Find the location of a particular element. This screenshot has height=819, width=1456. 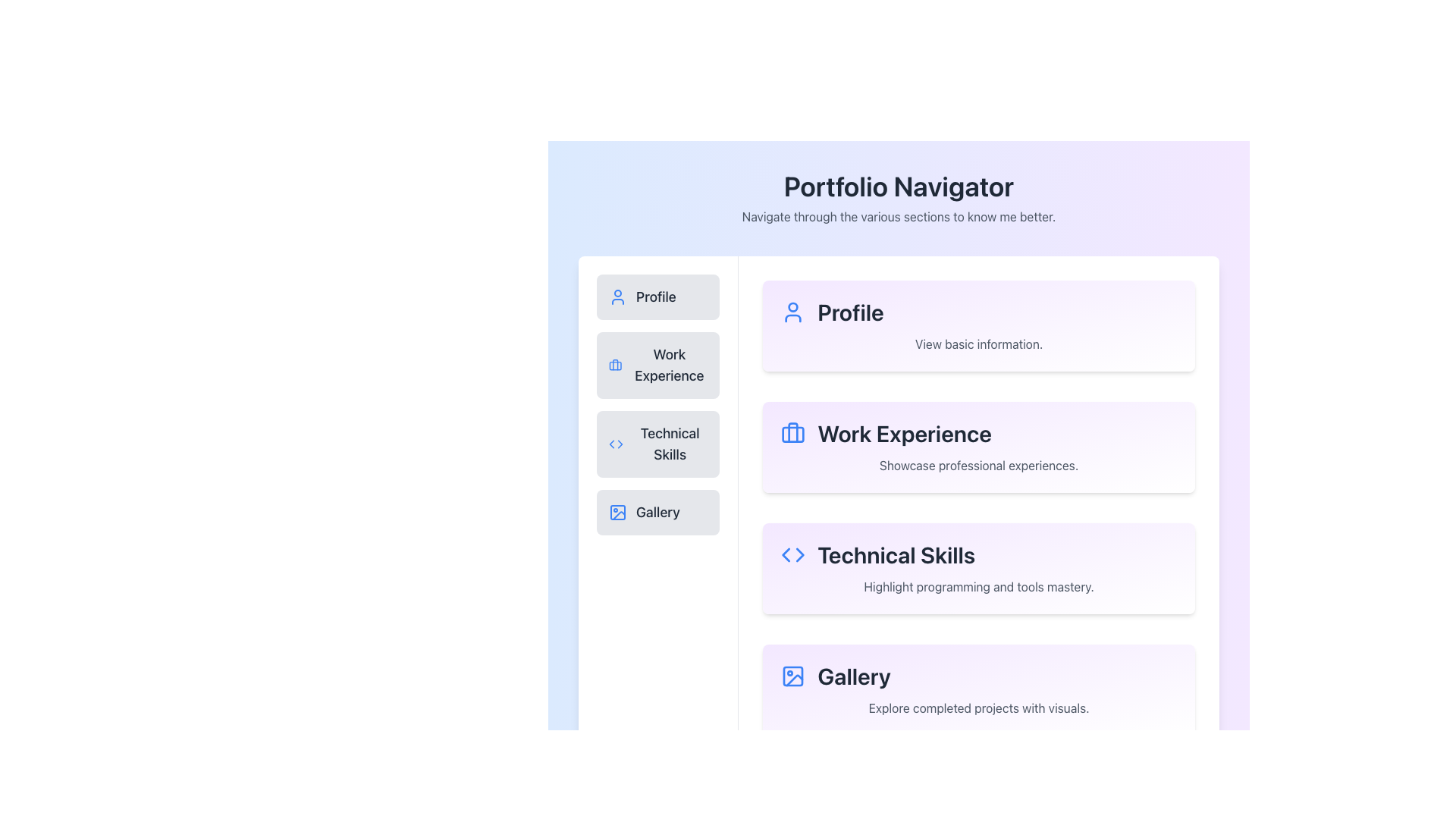

the small blue icon consisting of two inward-pointing angled brackets located to the left of the 'Technical Skills' text is located at coordinates (792, 555).